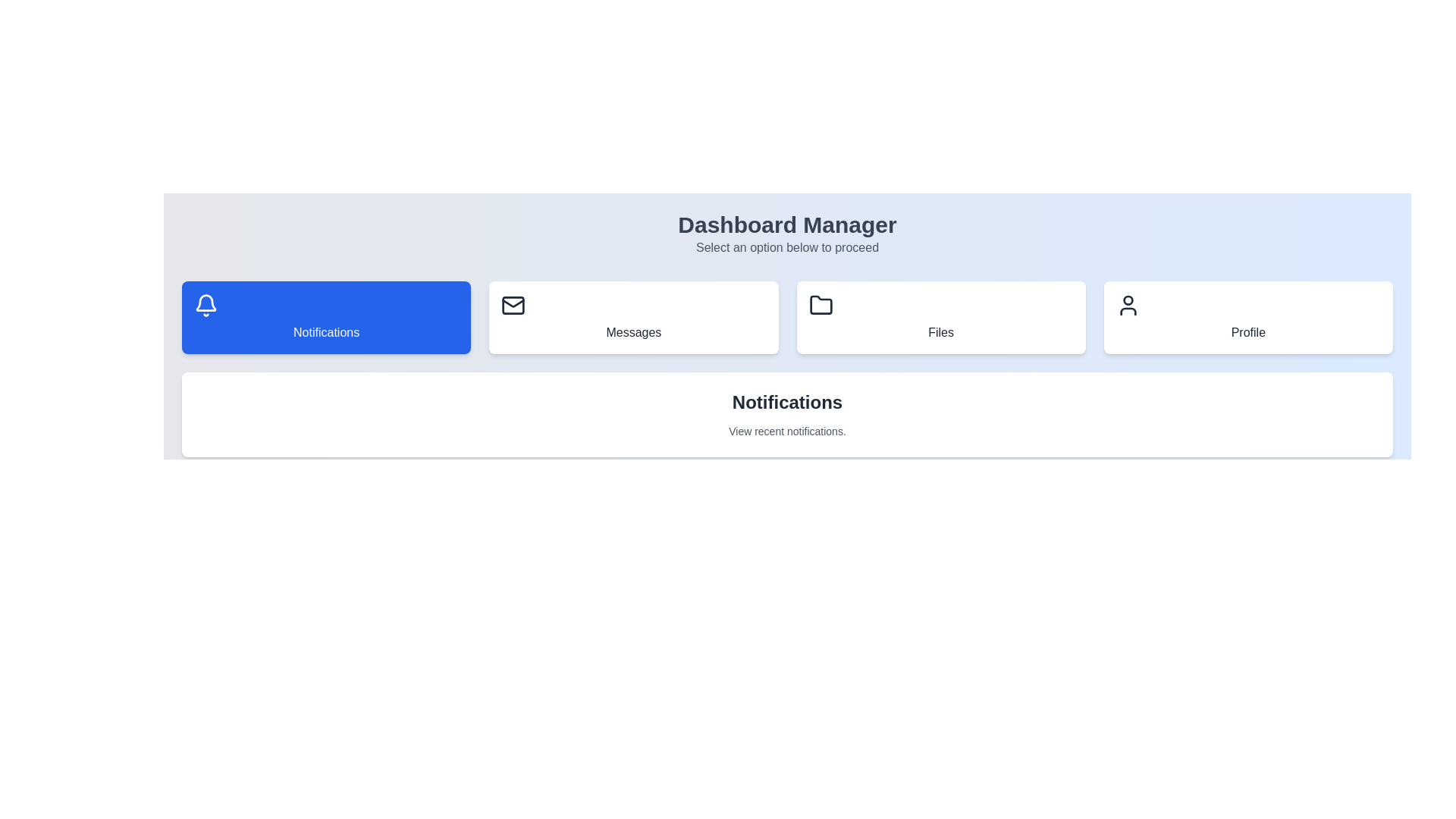 This screenshot has width=1456, height=819. Describe the element at coordinates (1128, 305) in the screenshot. I see `the user icon, which is a minimalistic dark gray or black silhouette of a head and shoulders located within the 'Profile' button, positioned above the 'Profile' text label` at that location.